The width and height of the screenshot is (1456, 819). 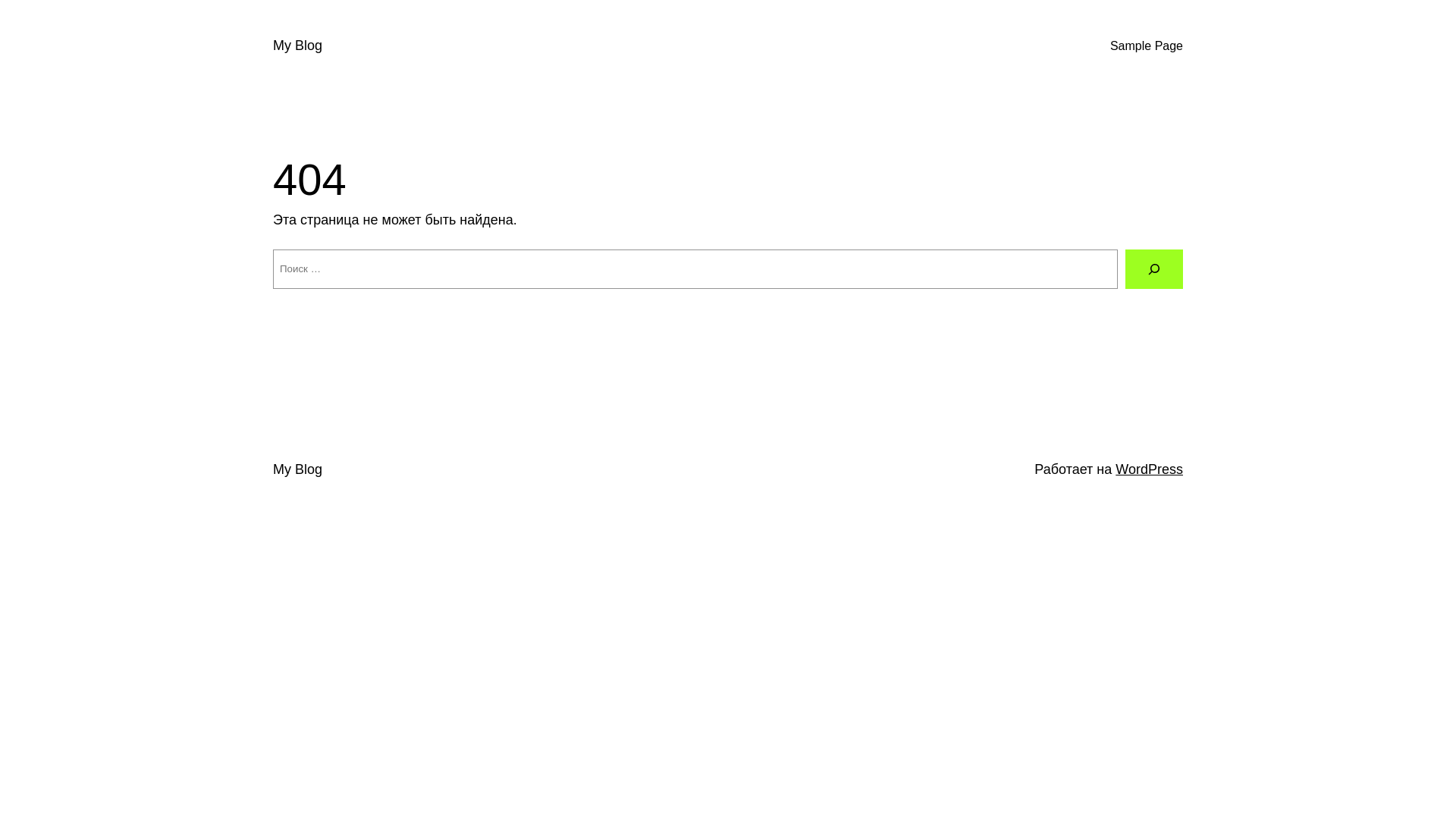 I want to click on 'Sample Page', so click(x=1147, y=45).